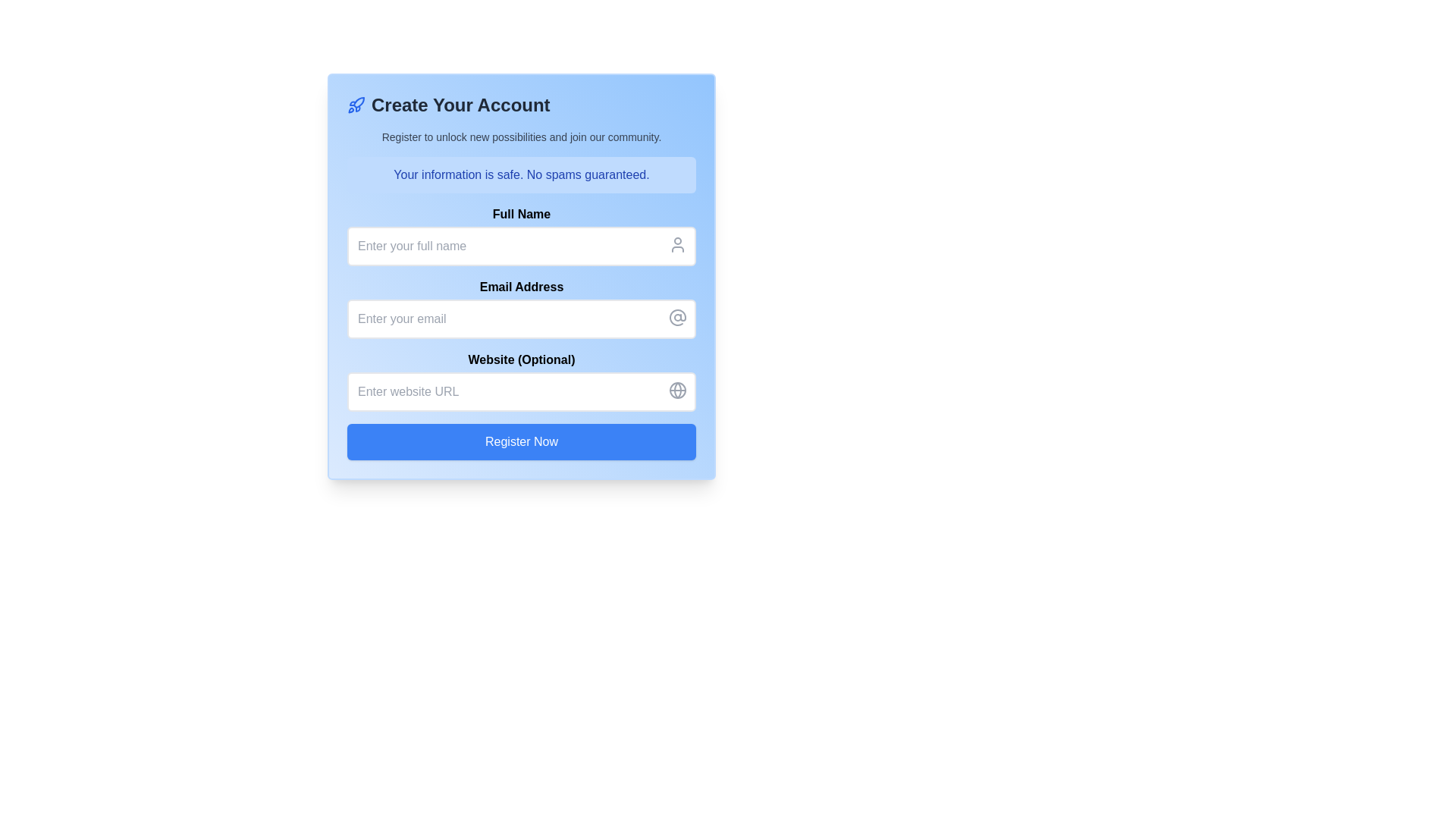 The height and width of the screenshot is (819, 1456). Describe the element at coordinates (521, 104) in the screenshot. I see `title text 'Create Your Account' which is a bold large-sized text accompanied by a blue rocket icon, located at the top section of a blue gradient background` at that location.